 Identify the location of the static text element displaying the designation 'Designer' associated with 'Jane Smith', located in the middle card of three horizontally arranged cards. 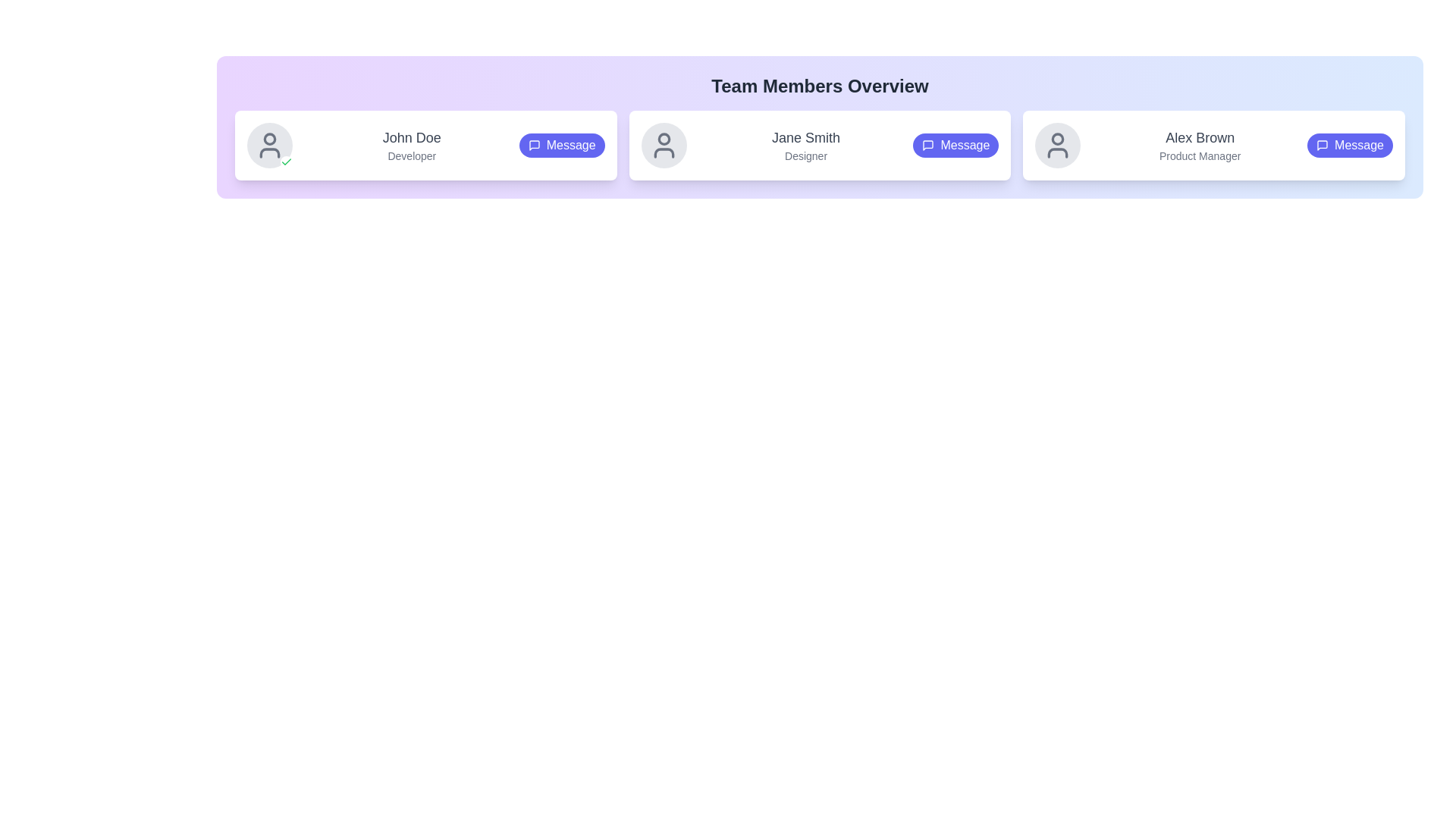
(805, 155).